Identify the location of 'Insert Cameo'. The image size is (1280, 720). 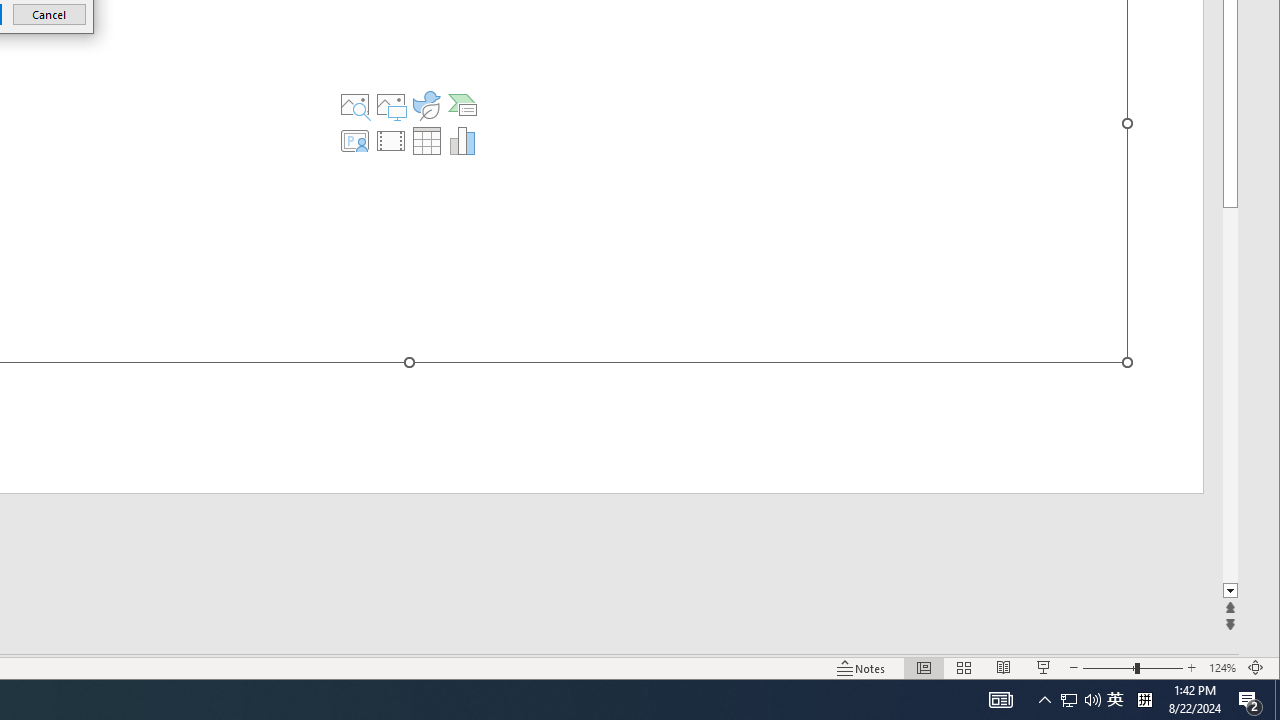
(355, 140).